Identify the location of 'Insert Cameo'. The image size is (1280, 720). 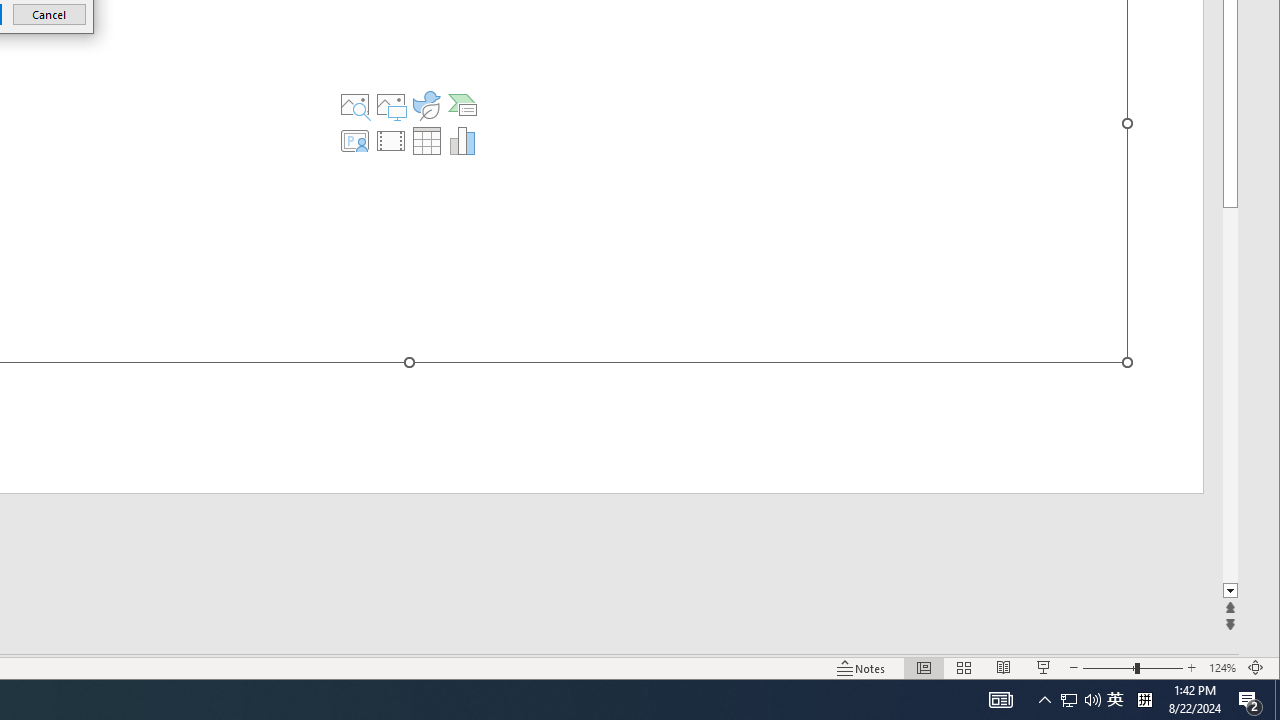
(355, 140).